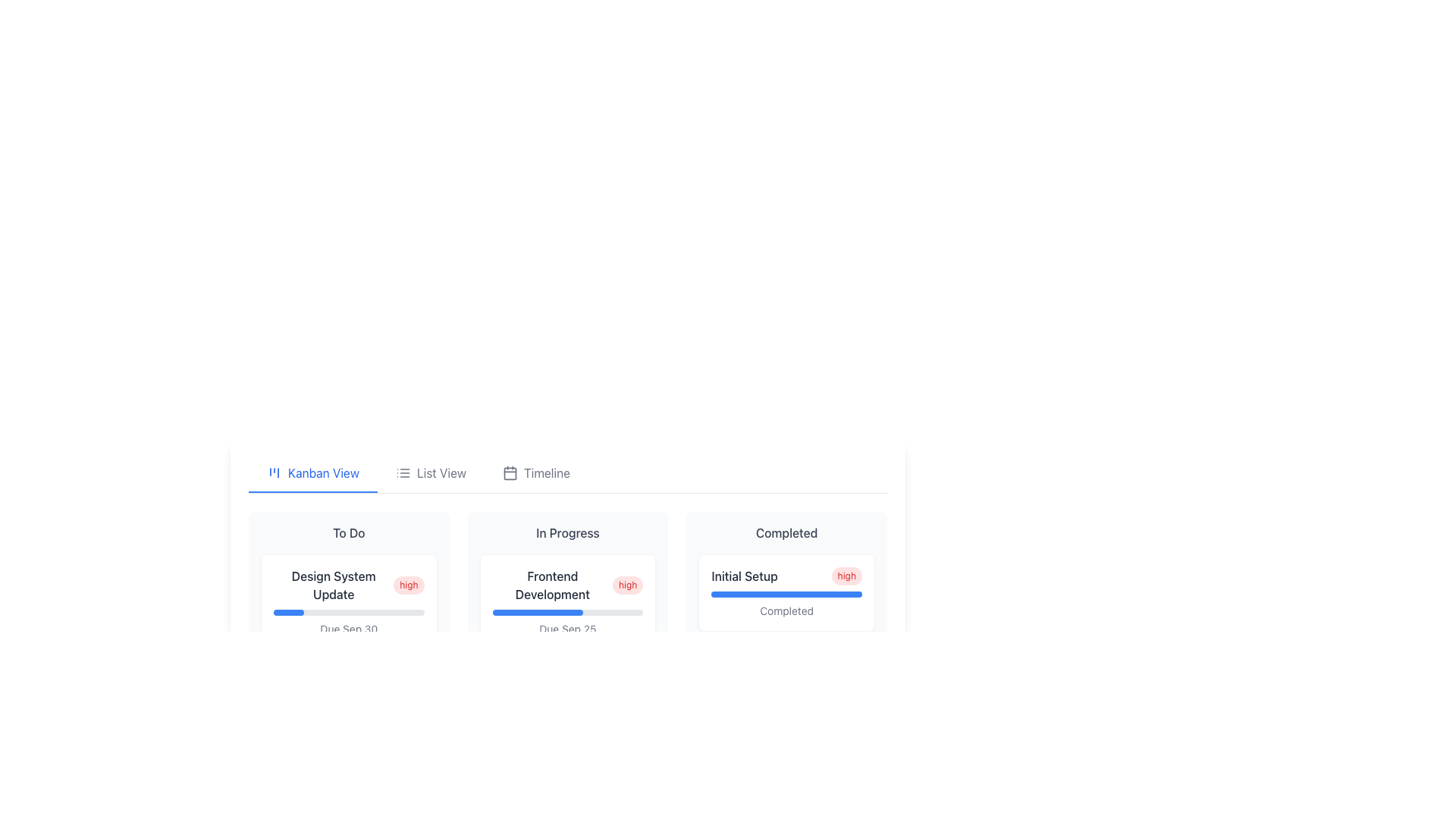  I want to click on the first Task card in the 'To Do' section, so click(348, 601).